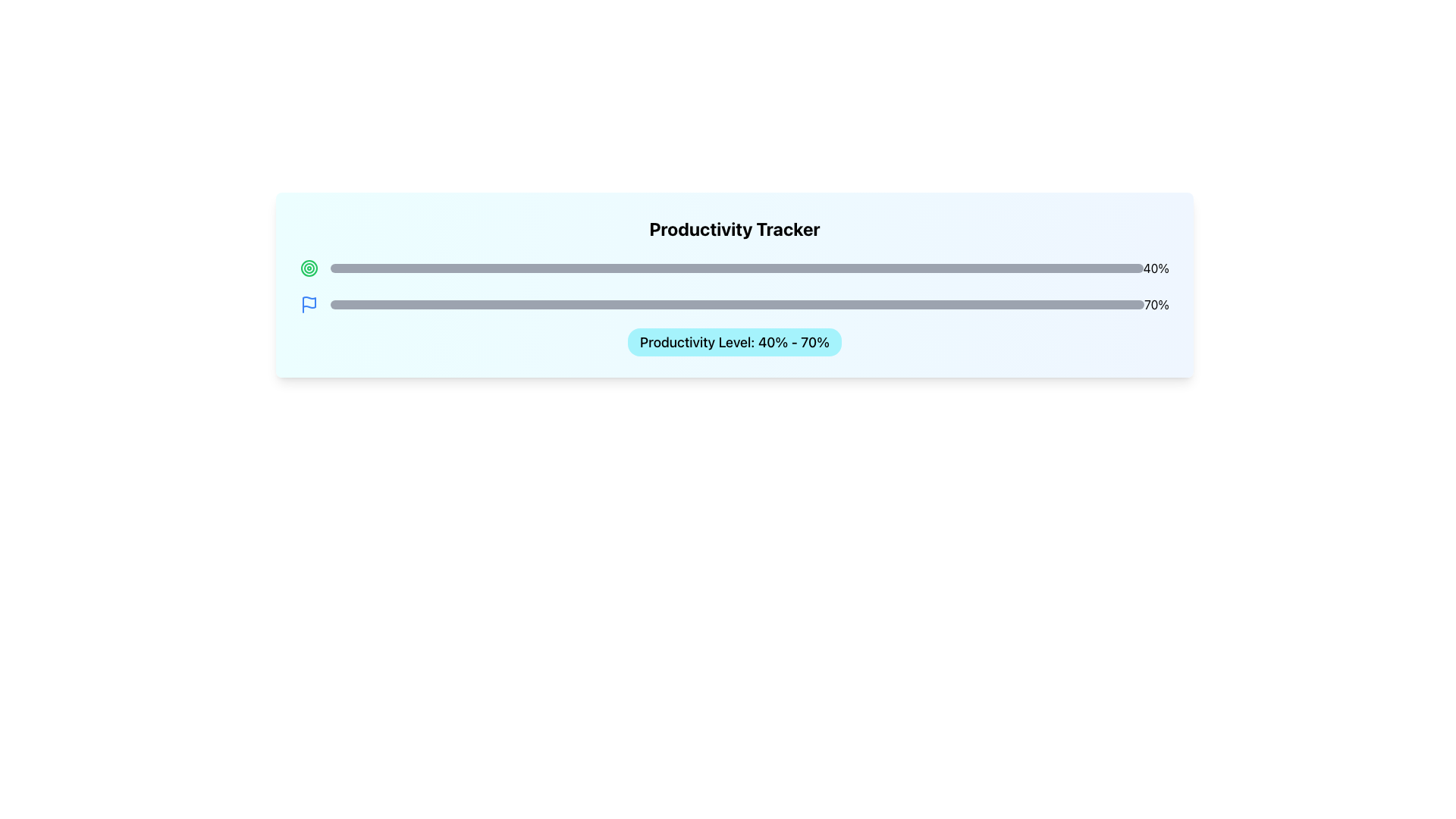 This screenshot has width=1456, height=819. I want to click on the productivity level slider, so click(899, 268).